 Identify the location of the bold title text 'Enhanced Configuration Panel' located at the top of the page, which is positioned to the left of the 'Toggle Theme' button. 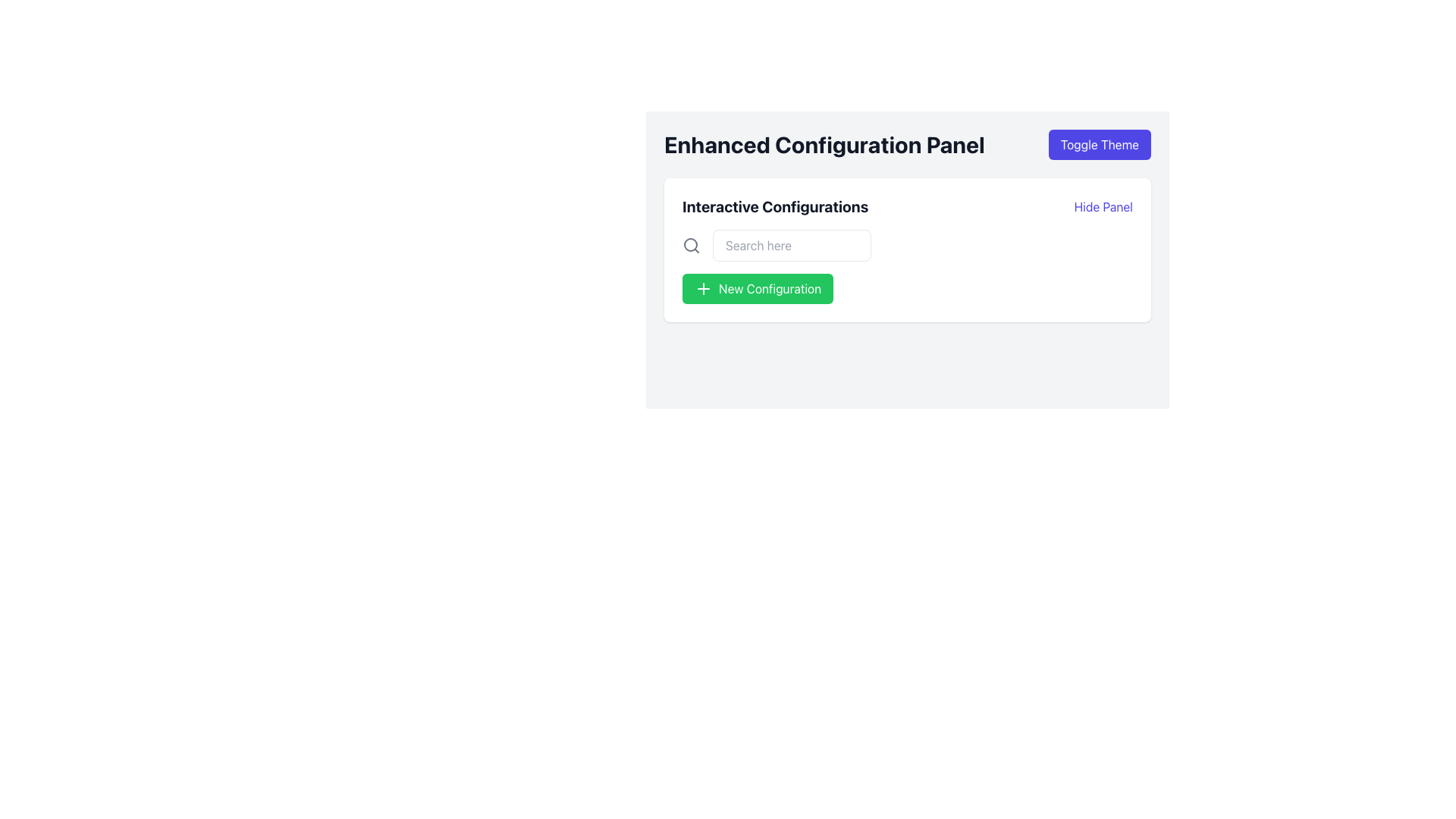
(824, 145).